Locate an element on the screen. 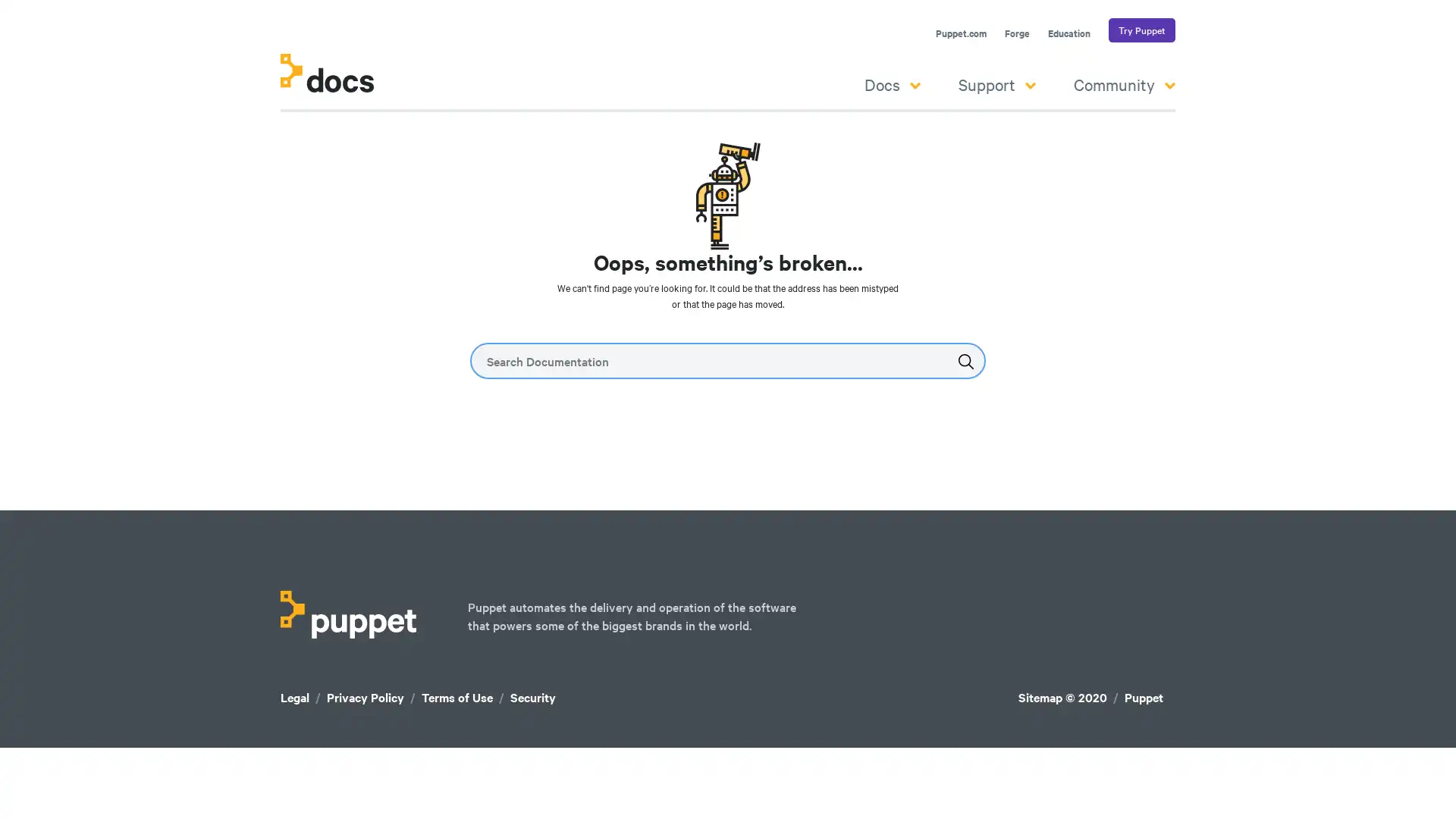 The width and height of the screenshot is (1456, 819). Submit the search query. is located at coordinates (965, 362).